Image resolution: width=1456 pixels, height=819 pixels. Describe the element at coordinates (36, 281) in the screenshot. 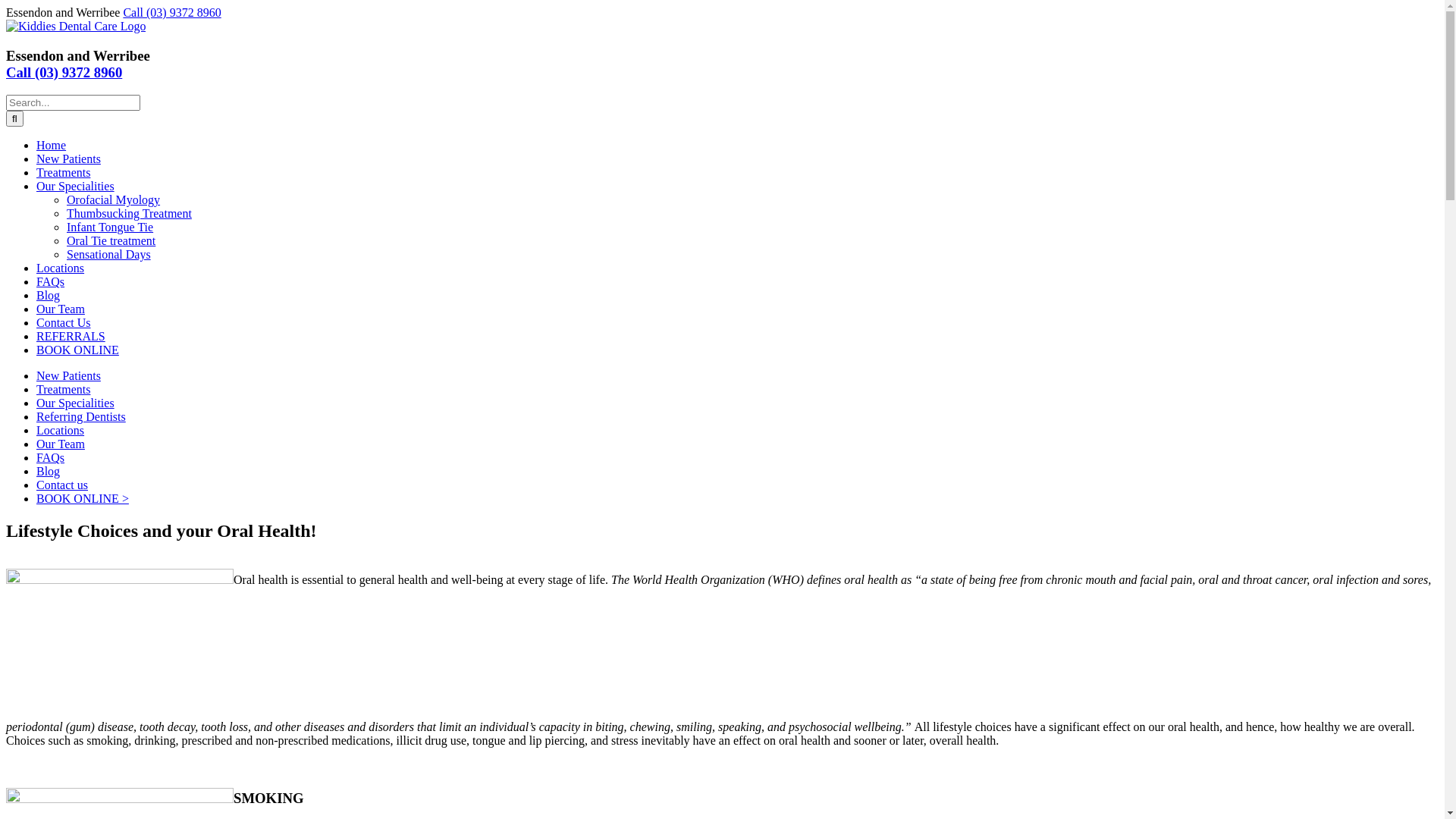

I see `'FAQs'` at that location.